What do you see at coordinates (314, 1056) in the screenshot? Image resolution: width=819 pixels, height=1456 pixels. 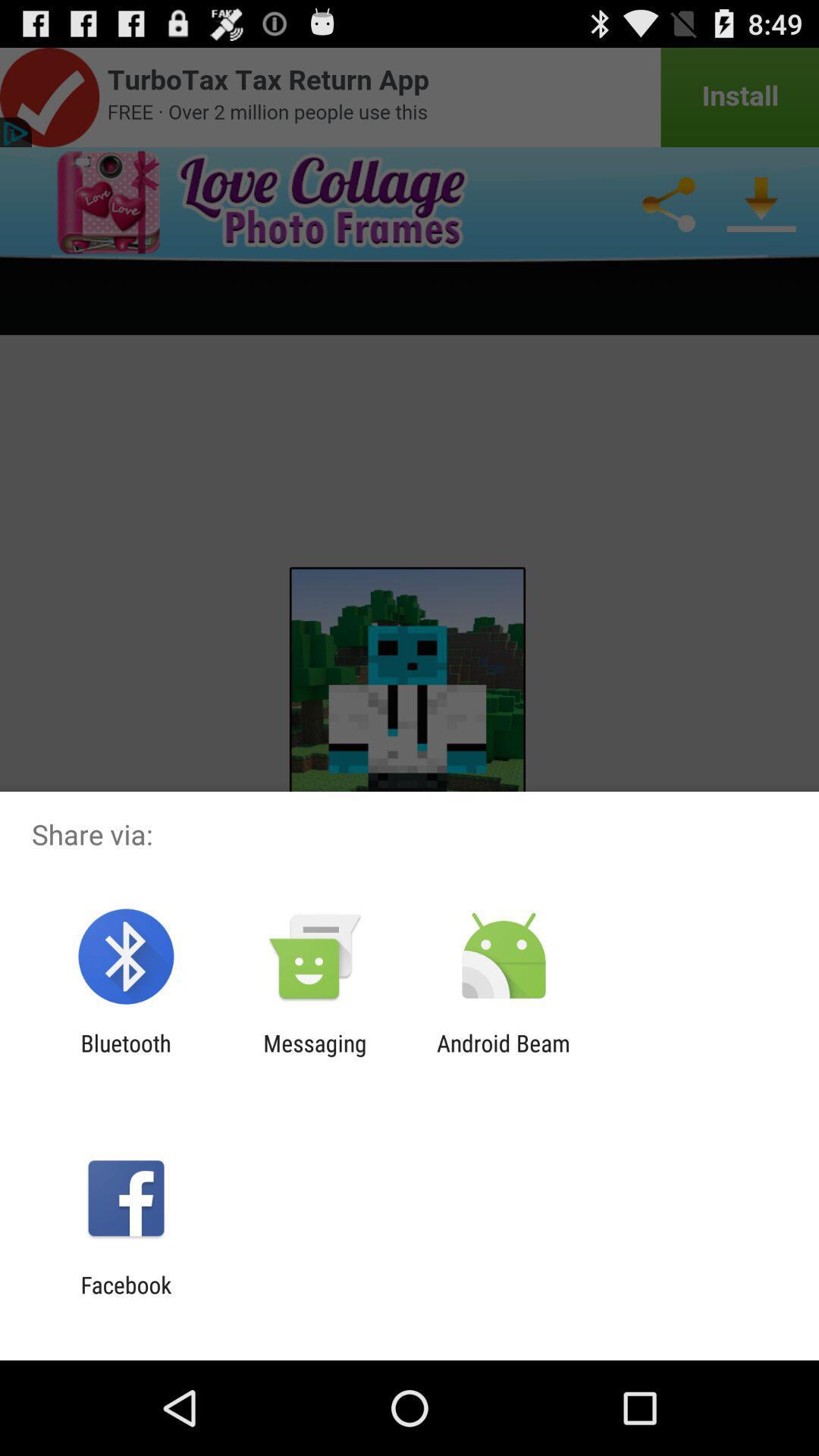 I see `item to the left of android beam item` at bounding box center [314, 1056].